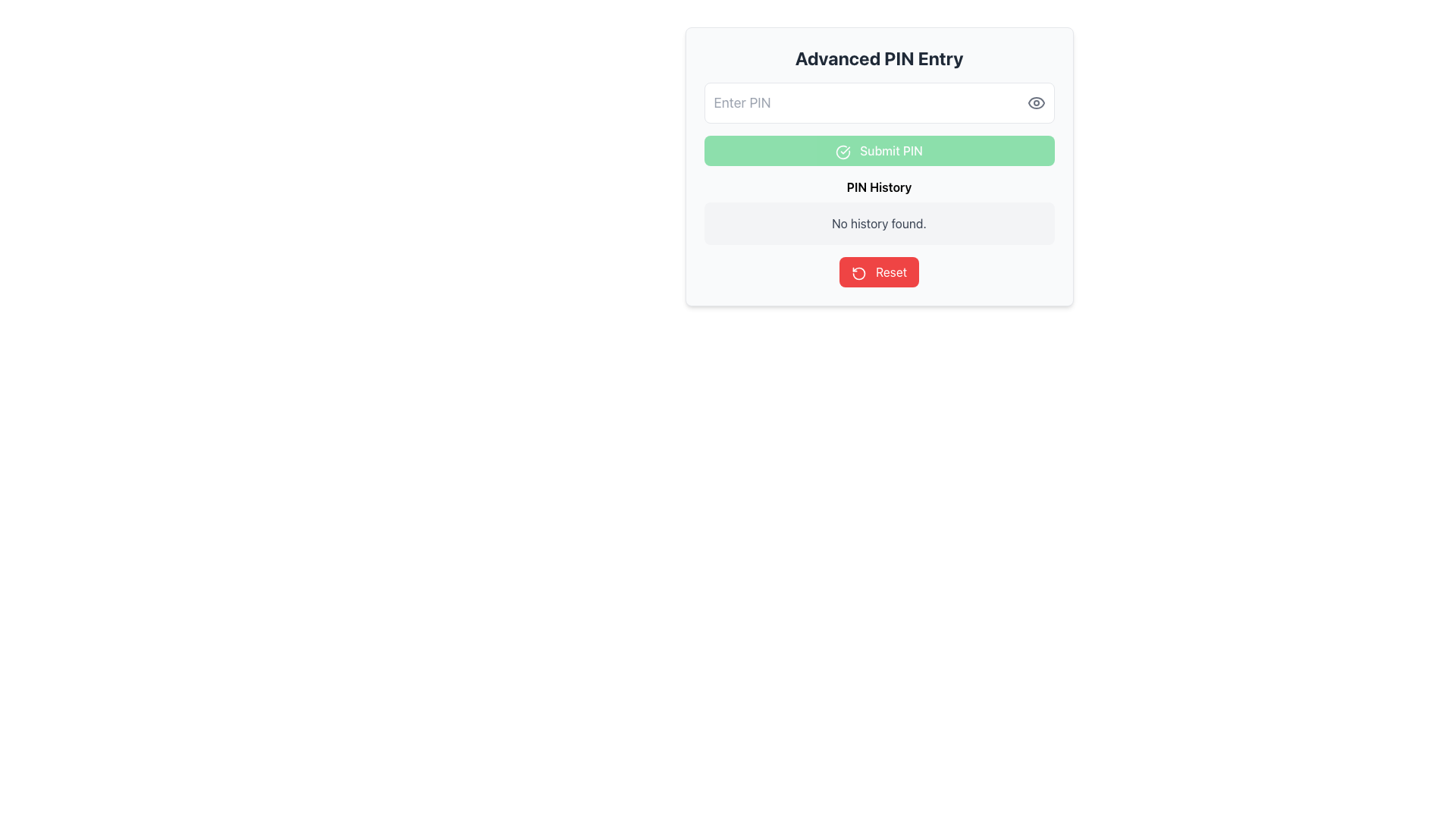 This screenshot has width=1456, height=819. Describe the element at coordinates (879, 151) in the screenshot. I see `the disabled submit button for PIN entry located in the center panel of the 'Advanced PIN Entry' form, positioned below the 'Enter PIN' input field and above the 'PIN History' section` at that location.